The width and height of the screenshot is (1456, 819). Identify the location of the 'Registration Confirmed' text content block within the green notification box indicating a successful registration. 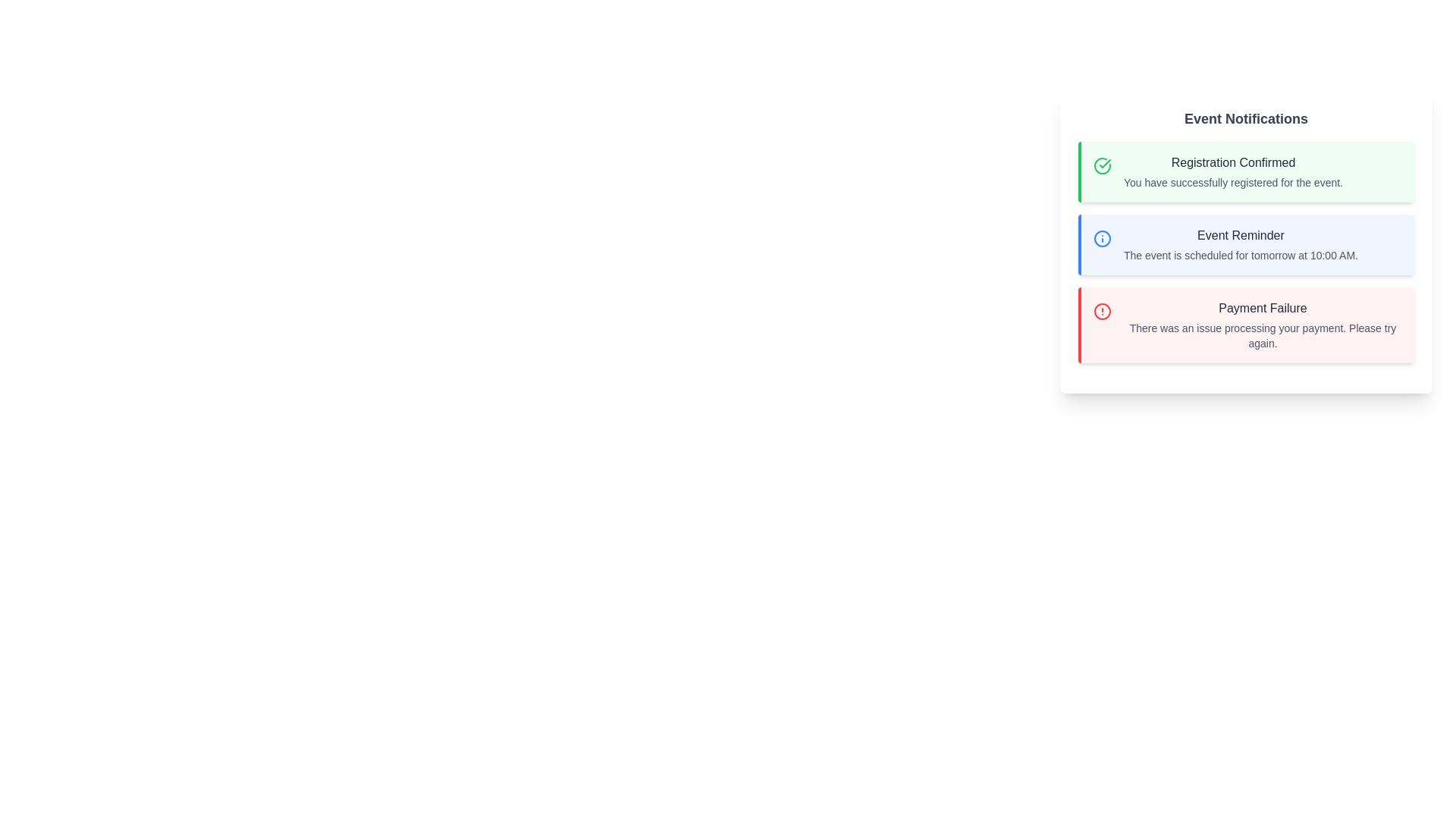
(1233, 171).